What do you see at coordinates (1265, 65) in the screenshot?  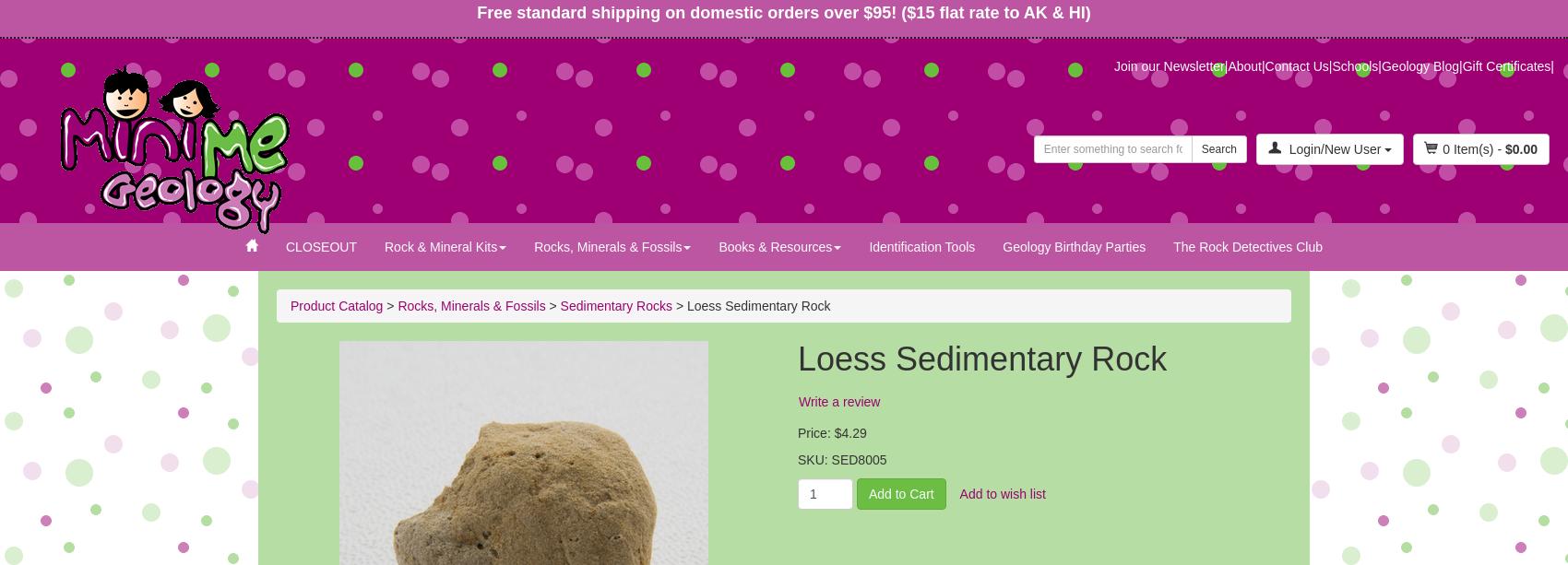 I see `'Contact Us'` at bounding box center [1265, 65].